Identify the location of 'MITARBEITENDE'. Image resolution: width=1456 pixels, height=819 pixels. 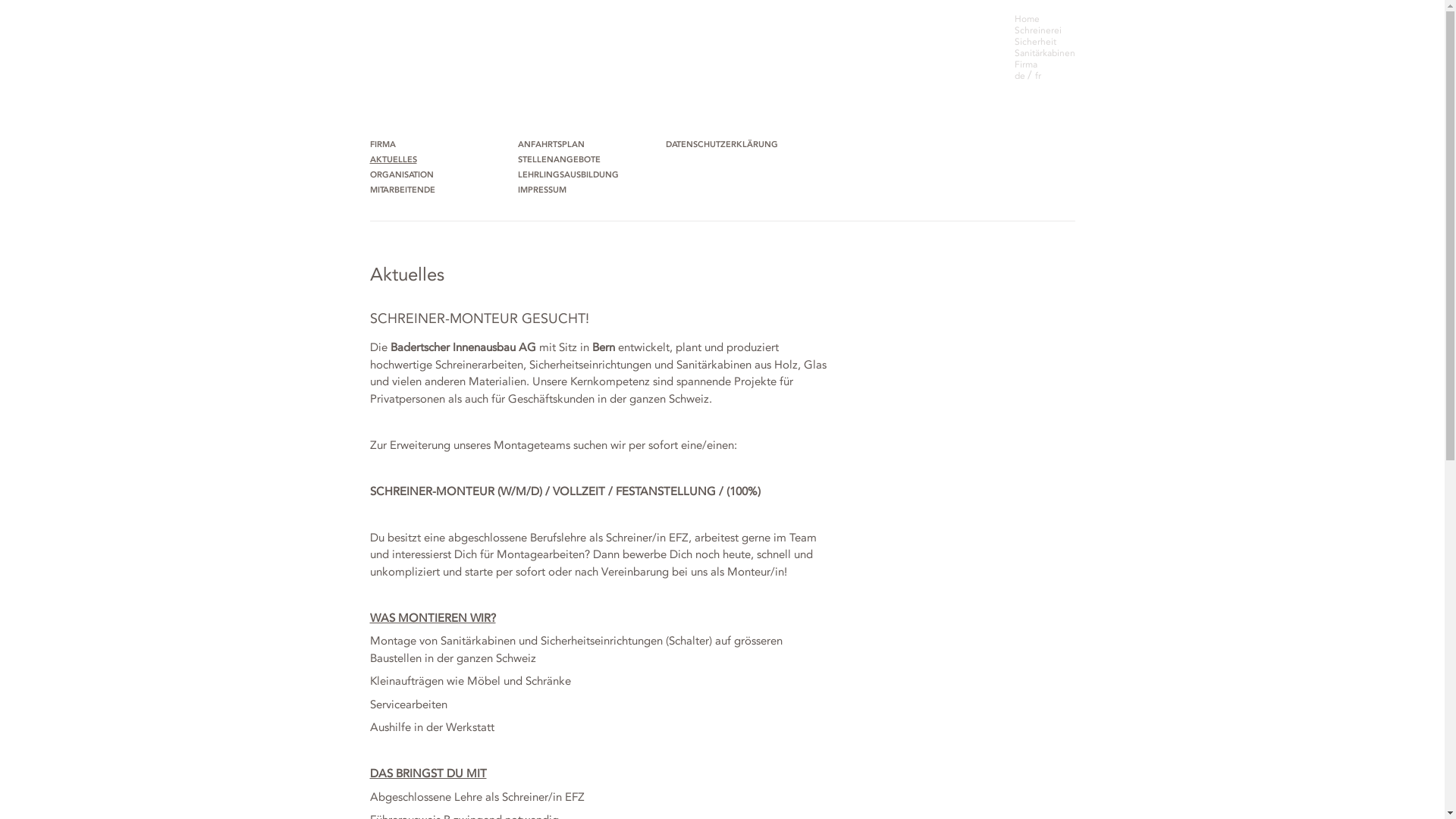
(403, 190).